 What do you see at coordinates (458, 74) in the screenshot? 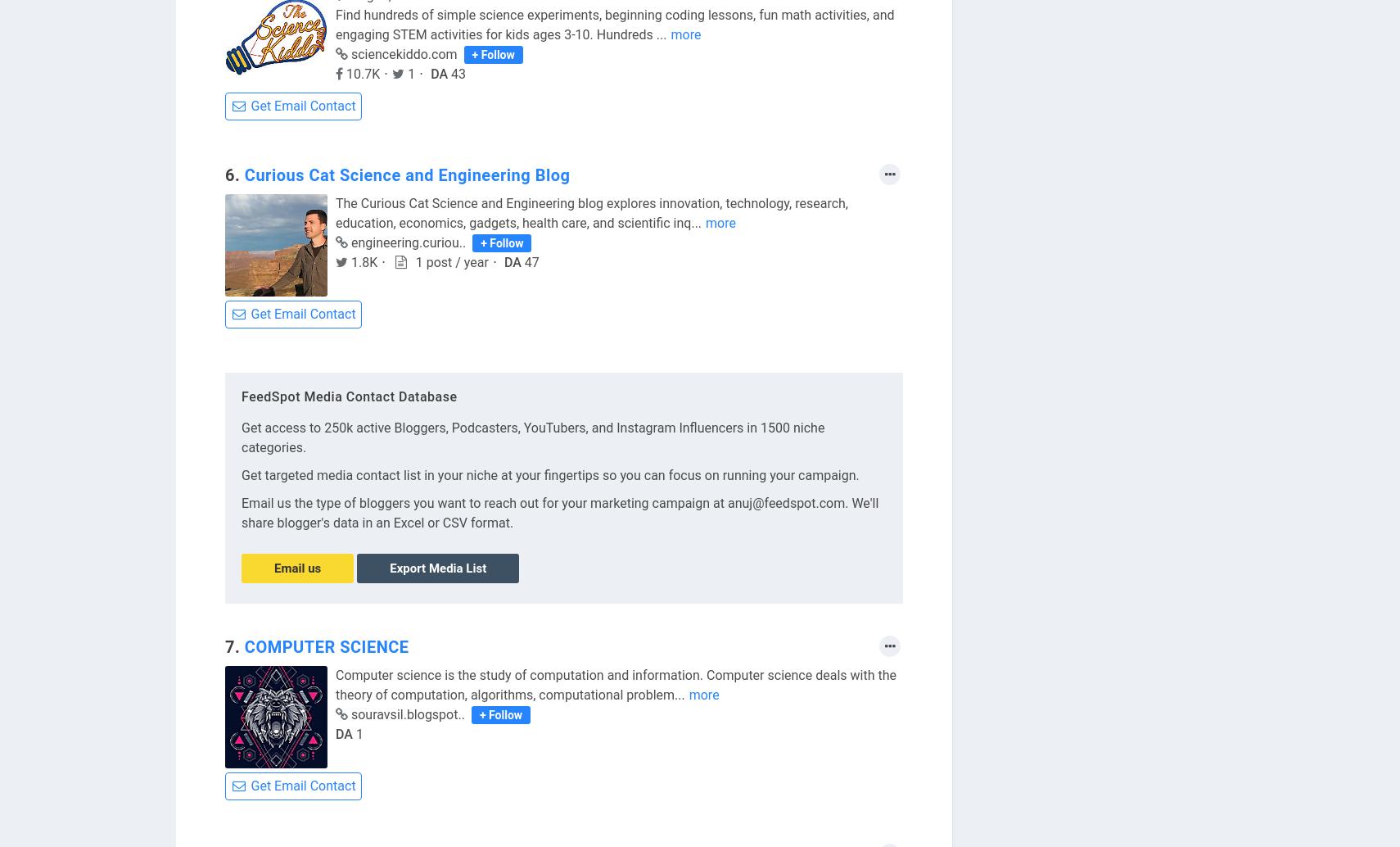
I see `'43'` at bounding box center [458, 74].